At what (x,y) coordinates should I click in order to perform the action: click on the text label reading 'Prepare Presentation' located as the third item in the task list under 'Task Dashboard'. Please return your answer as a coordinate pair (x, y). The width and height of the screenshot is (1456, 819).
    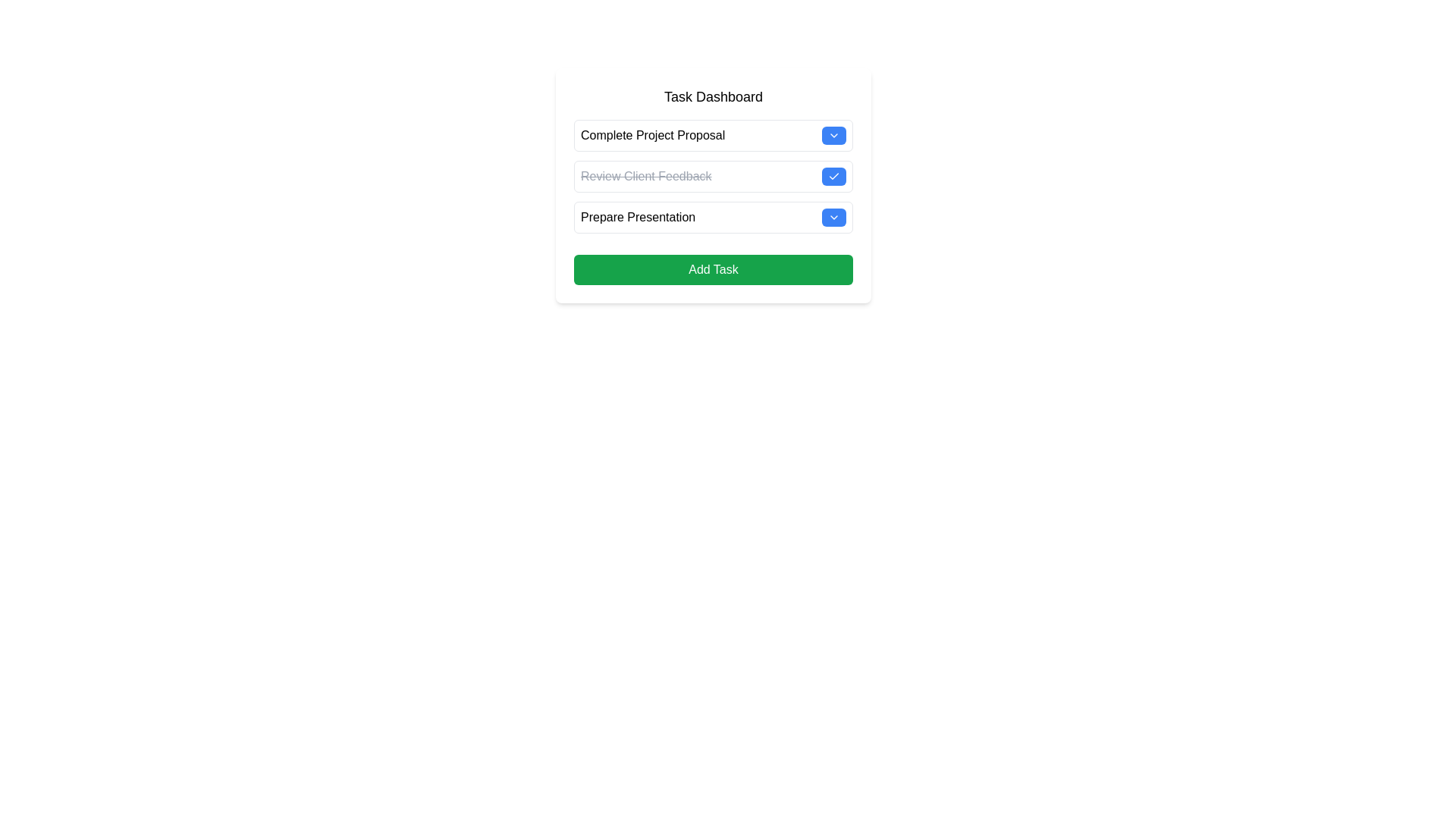
    Looking at the image, I should click on (638, 217).